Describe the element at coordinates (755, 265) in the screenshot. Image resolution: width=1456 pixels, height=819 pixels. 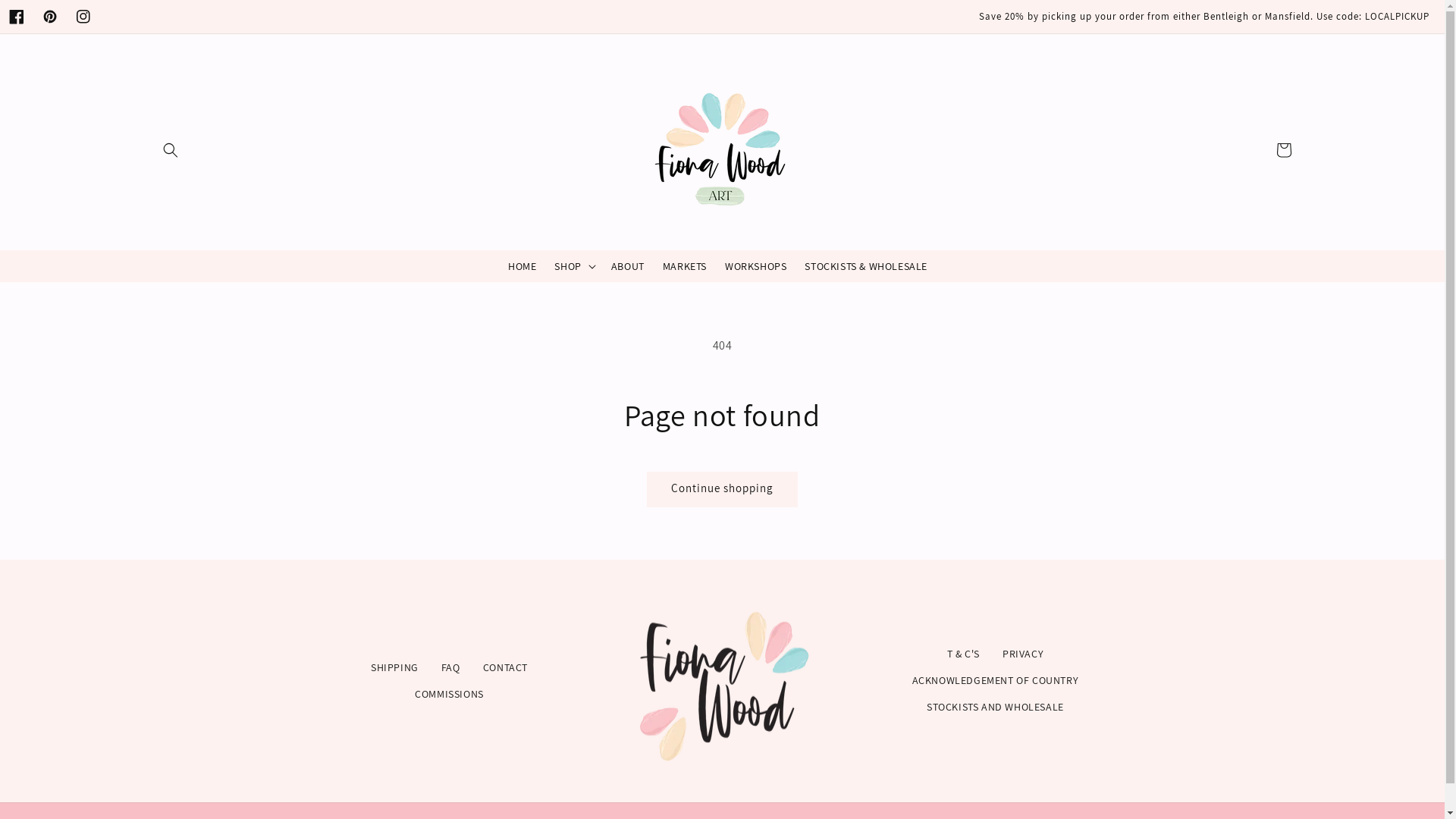
I see `'WORKSHOPS'` at that location.